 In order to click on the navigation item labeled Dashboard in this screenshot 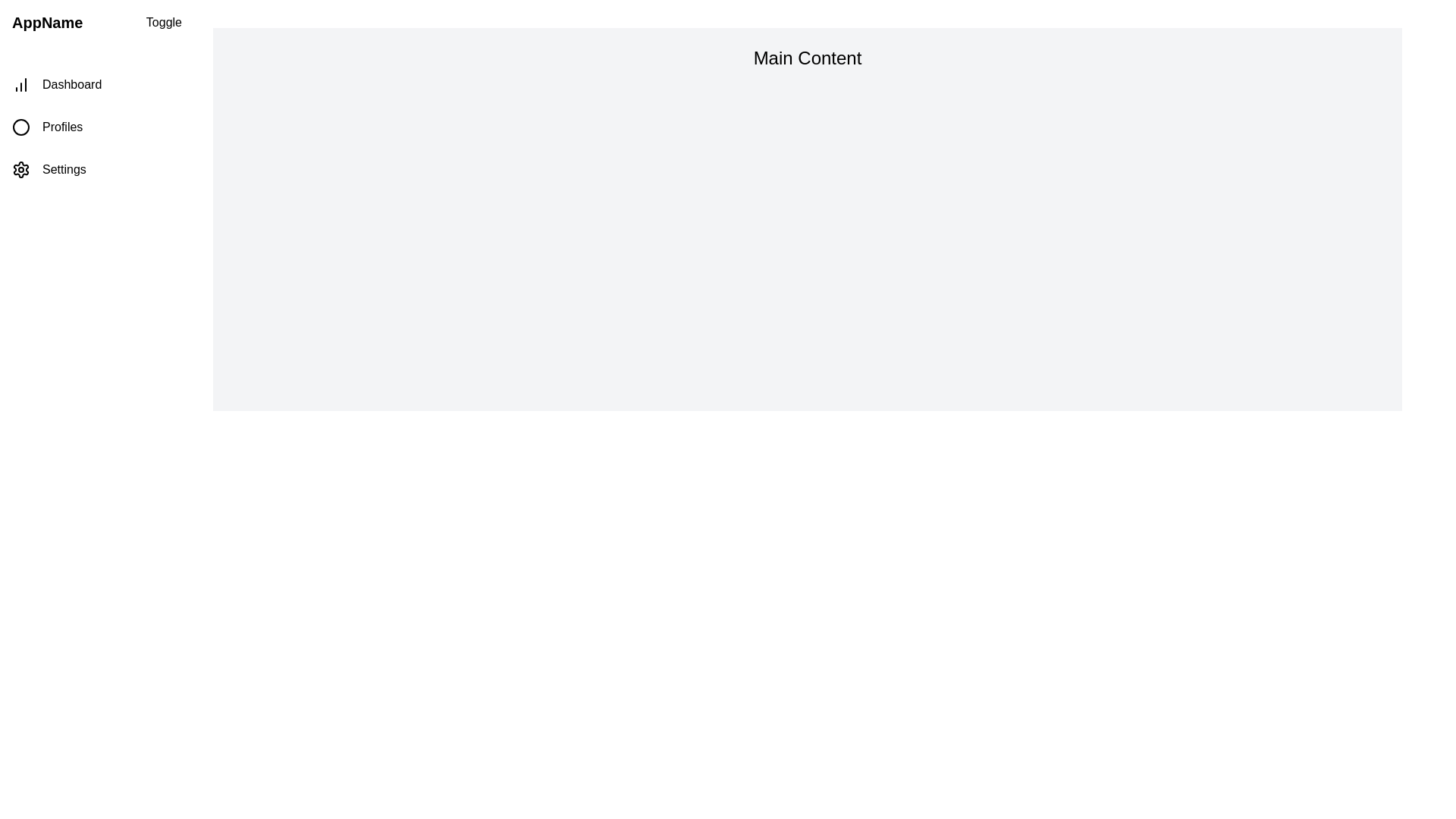, I will do `click(96, 84)`.